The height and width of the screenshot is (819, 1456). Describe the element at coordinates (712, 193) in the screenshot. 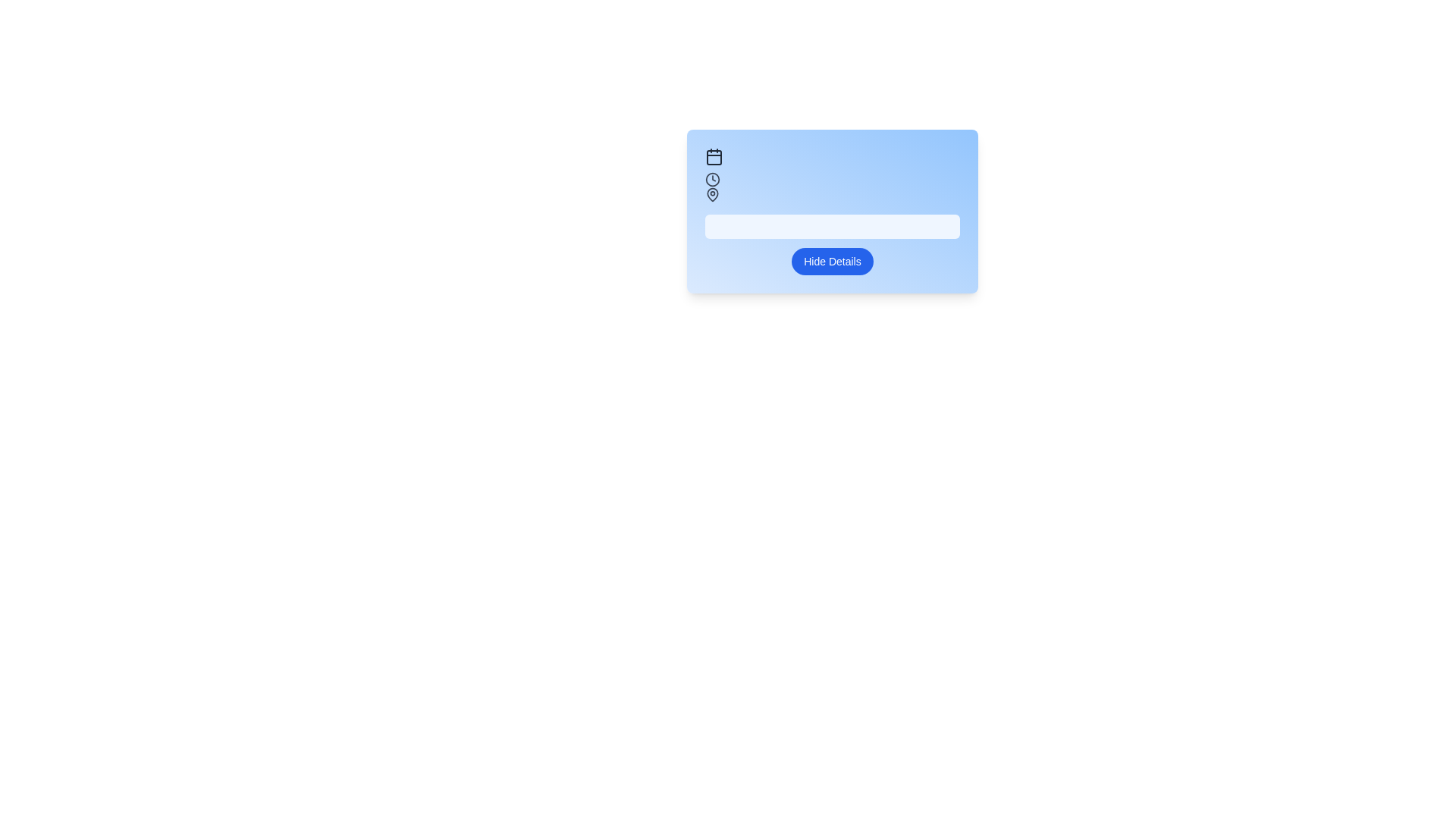

I see `the location indicator icon, which is the third icon in the vertical sequence on the left side of the panel, located below the calendar and clock icons` at that location.